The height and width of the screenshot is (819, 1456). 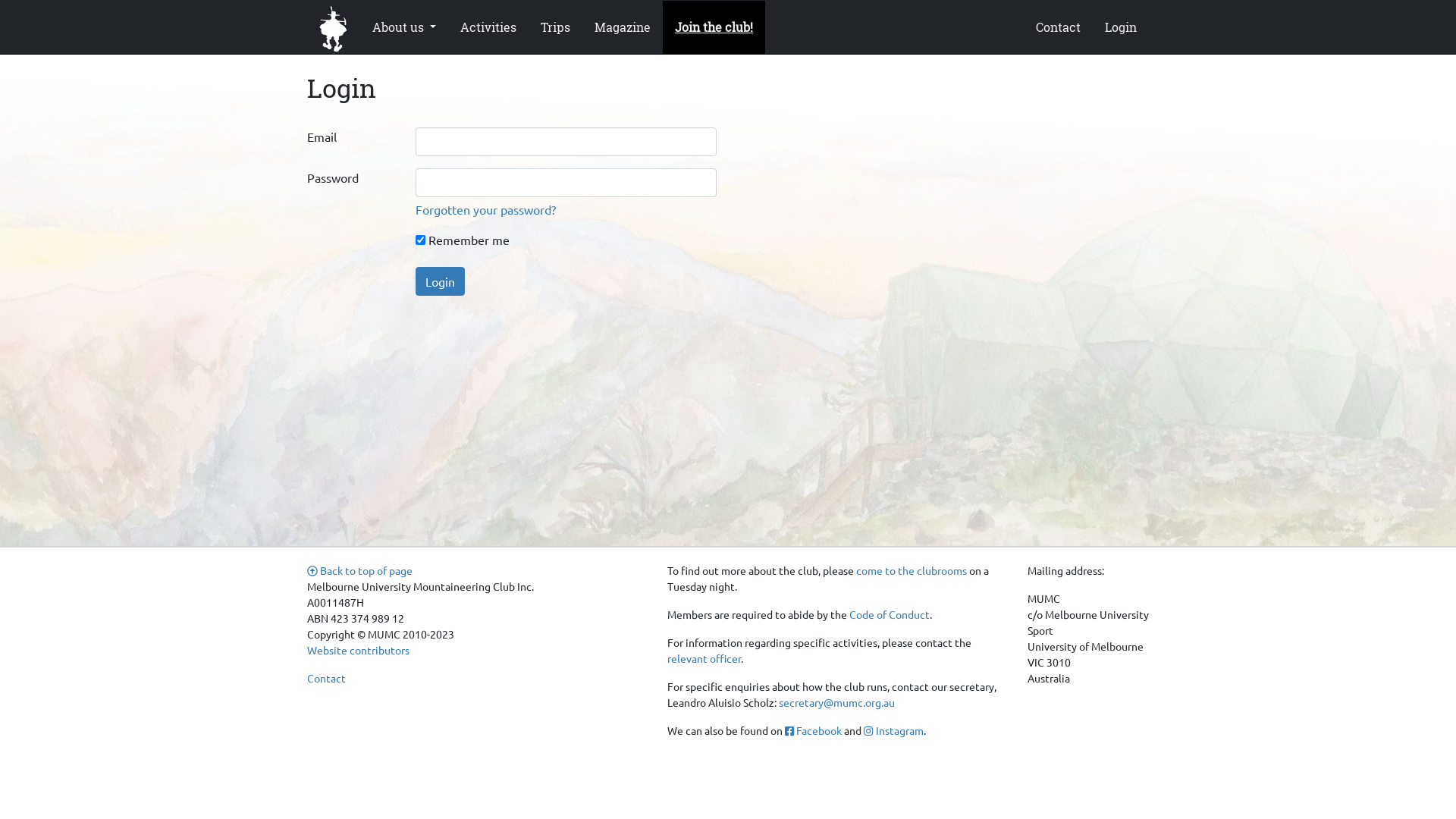 What do you see at coordinates (848, 614) in the screenshot?
I see `'Code of Conduct'` at bounding box center [848, 614].